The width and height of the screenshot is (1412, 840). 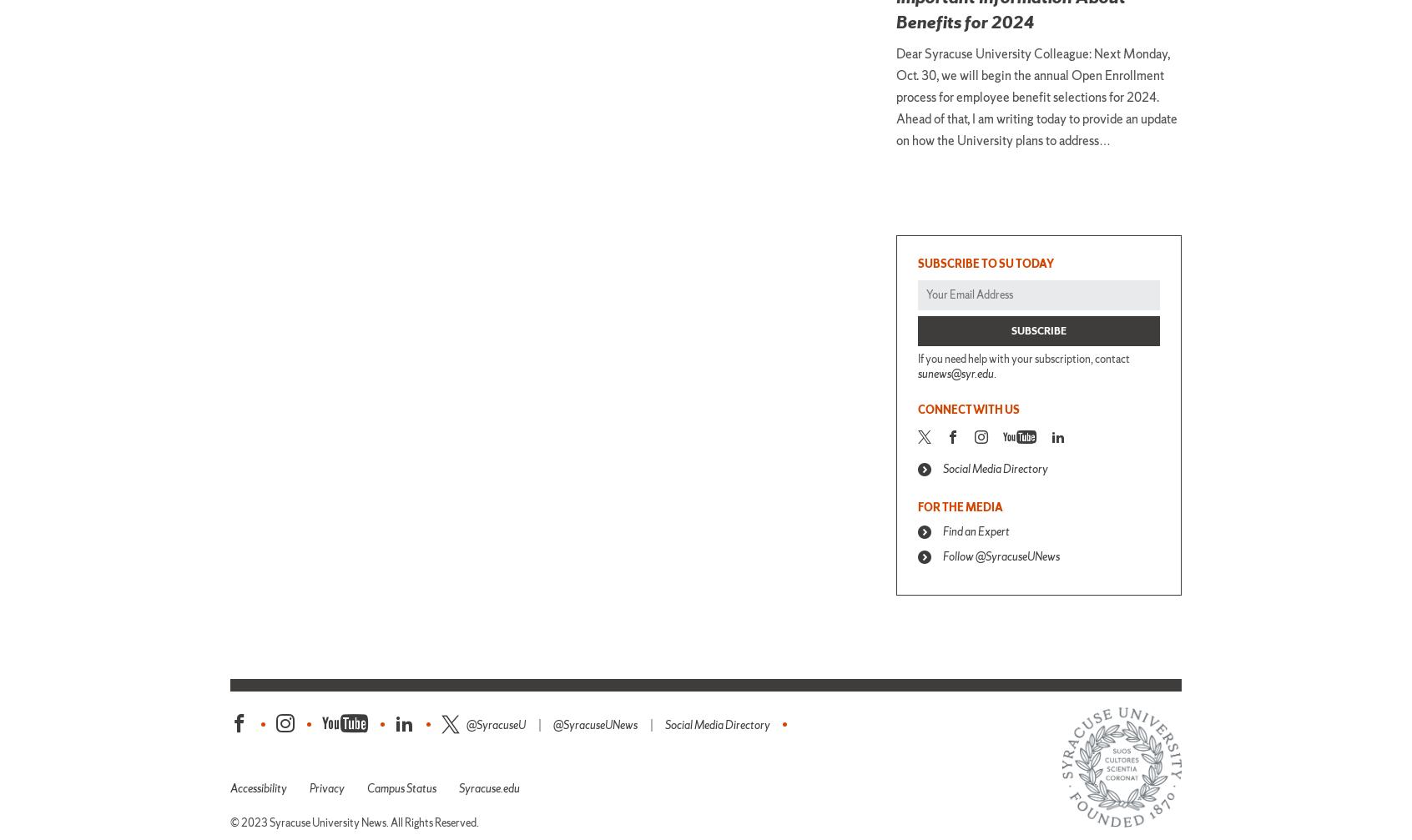 What do you see at coordinates (327, 787) in the screenshot?
I see `'Privacy'` at bounding box center [327, 787].